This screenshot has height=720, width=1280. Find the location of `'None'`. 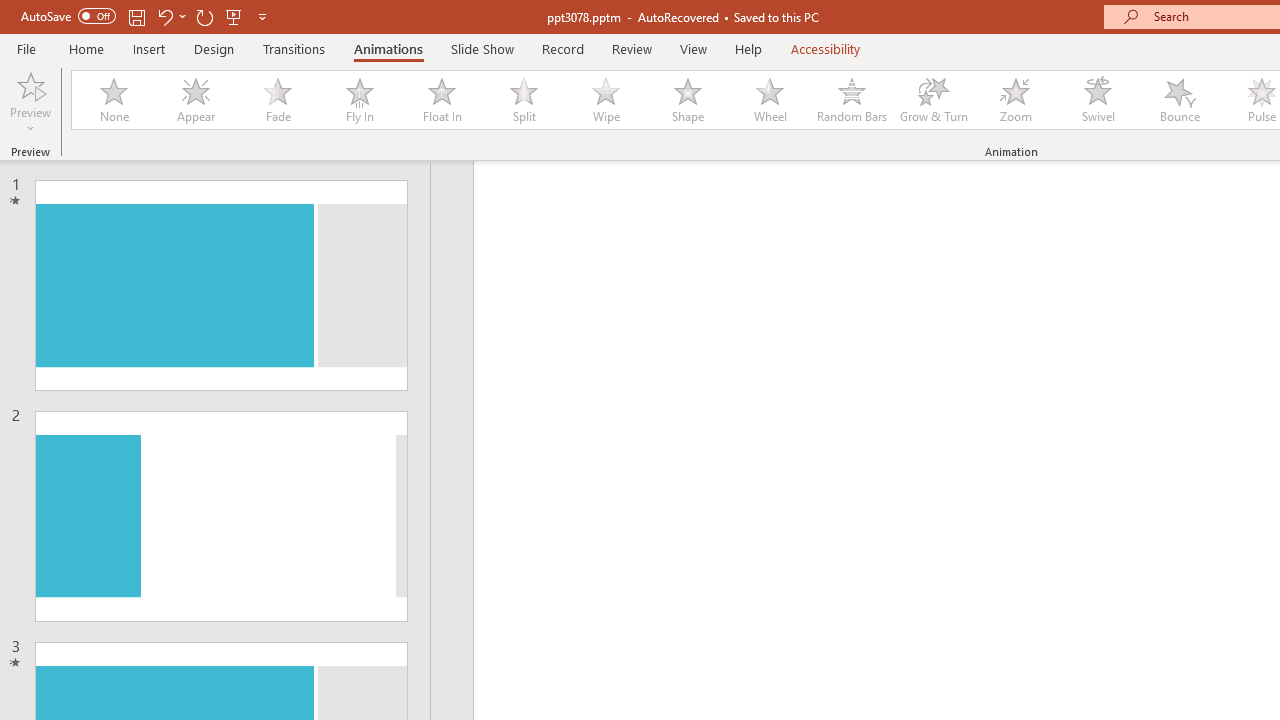

'None' is located at coordinates (112, 100).